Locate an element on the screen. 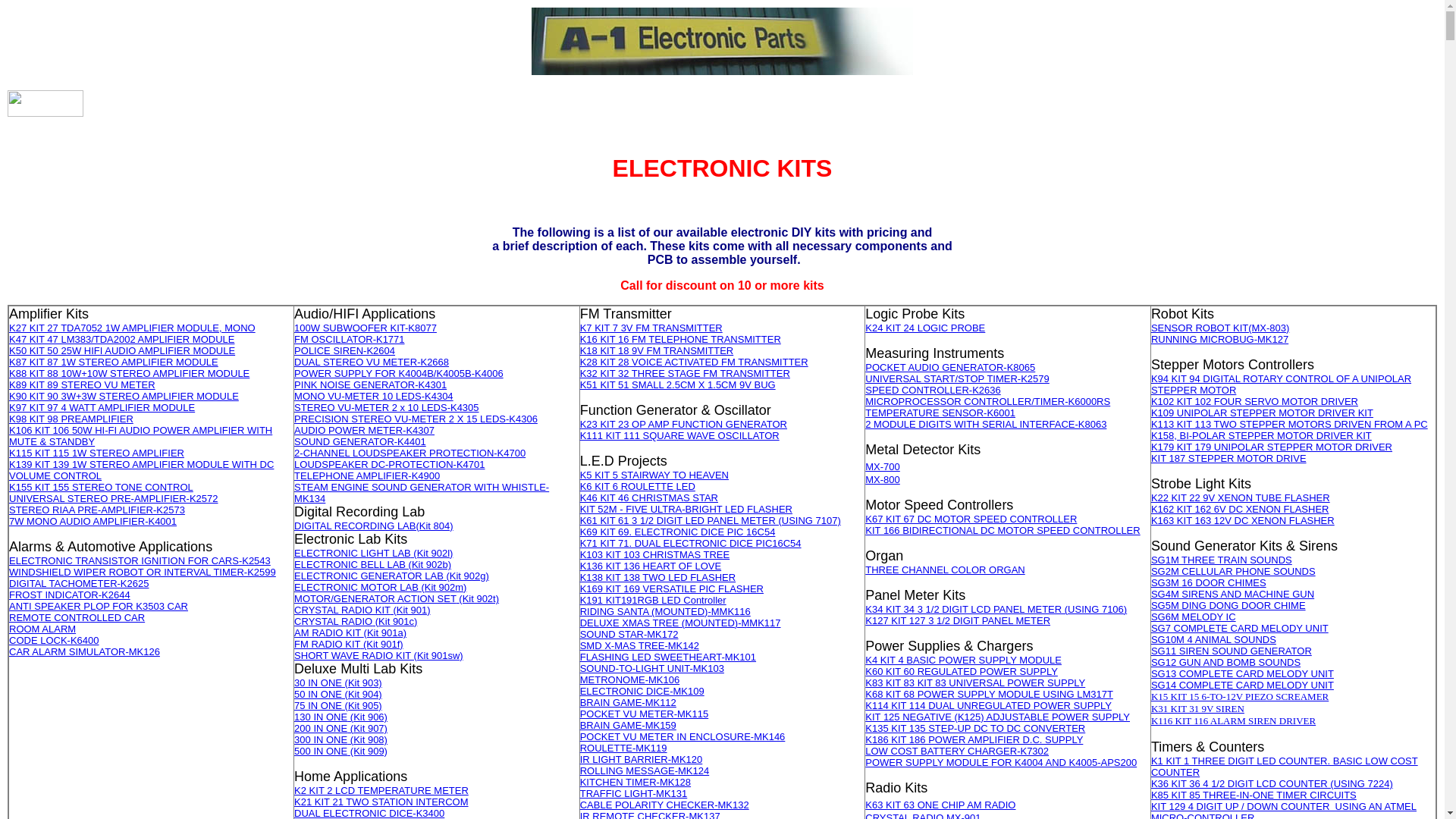 The image size is (1456, 819). 'KIT 125 NEGATIVE (K125) ADJUSTABLE POWER SUPPLY' is located at coordinates (997, 717).